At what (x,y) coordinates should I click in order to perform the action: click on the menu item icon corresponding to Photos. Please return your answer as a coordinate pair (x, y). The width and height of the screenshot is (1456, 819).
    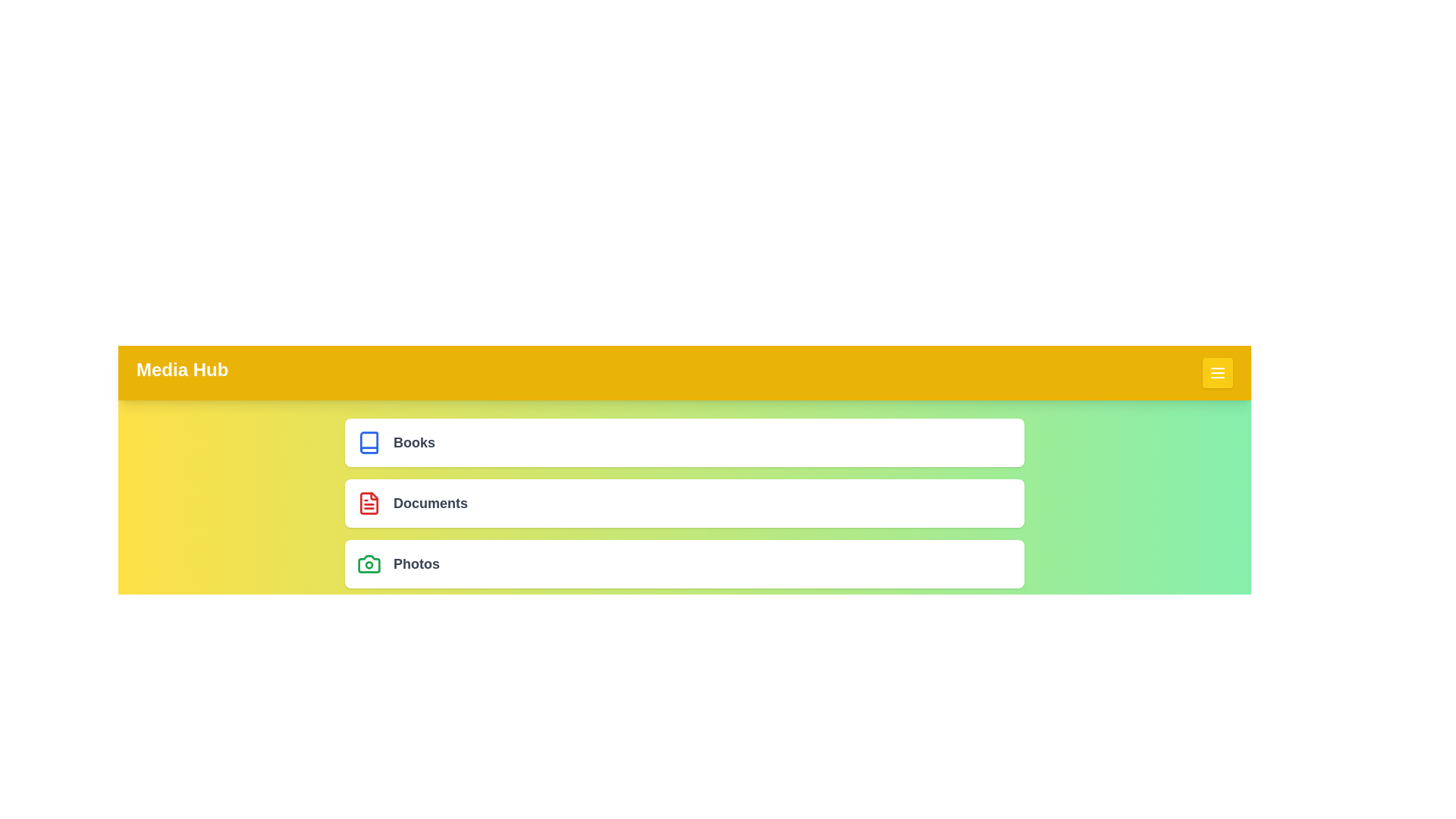
    Looking at the image, I should click on (369, 564).